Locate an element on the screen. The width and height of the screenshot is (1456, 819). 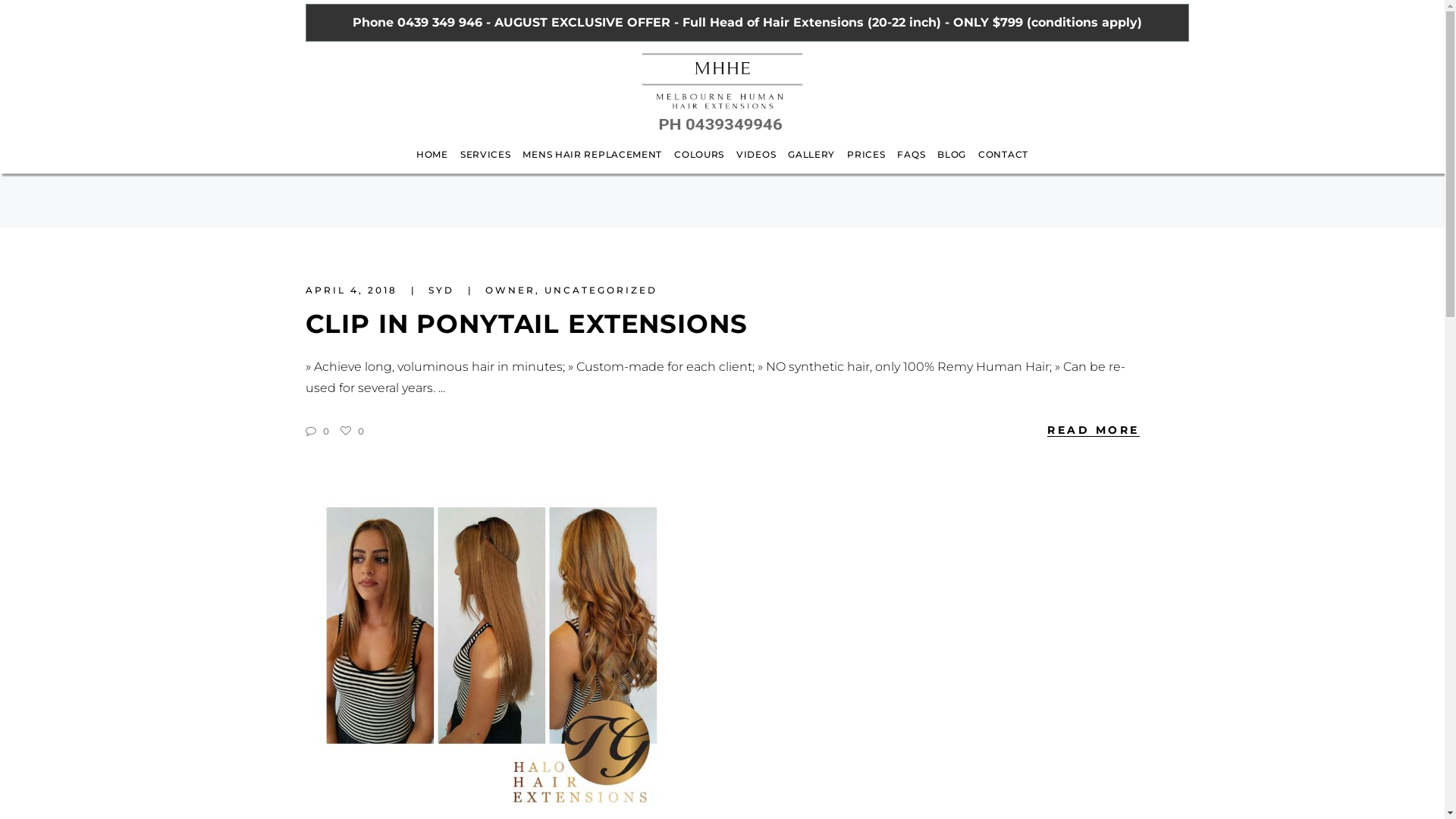
'OWNER' is located at coordinates (510, 290).